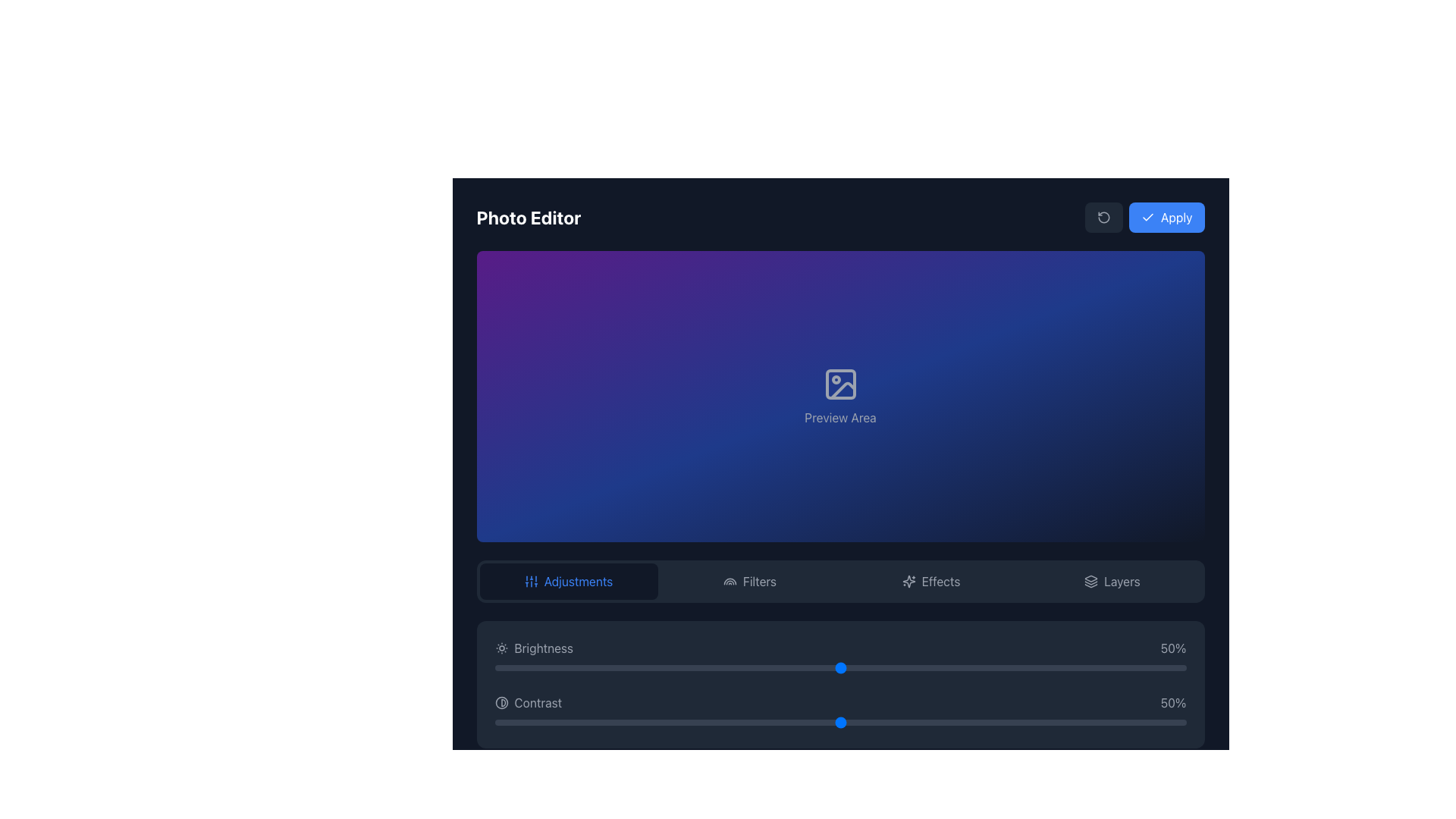 The height and width of the screenshot is (819, 1456). Describe the element at coordinates (1172, 648) in the screenshot. I see `the text label displaying '50%' which indicates the current brightness level, styled in gray against a dark background, located to the far right of the brightness control group` at that location.